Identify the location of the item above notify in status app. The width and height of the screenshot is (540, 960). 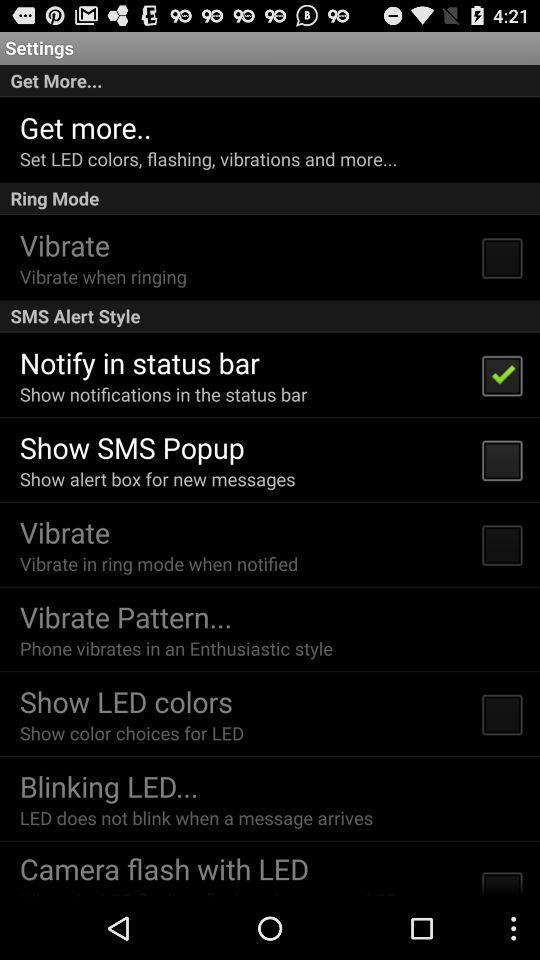
(270, 316).